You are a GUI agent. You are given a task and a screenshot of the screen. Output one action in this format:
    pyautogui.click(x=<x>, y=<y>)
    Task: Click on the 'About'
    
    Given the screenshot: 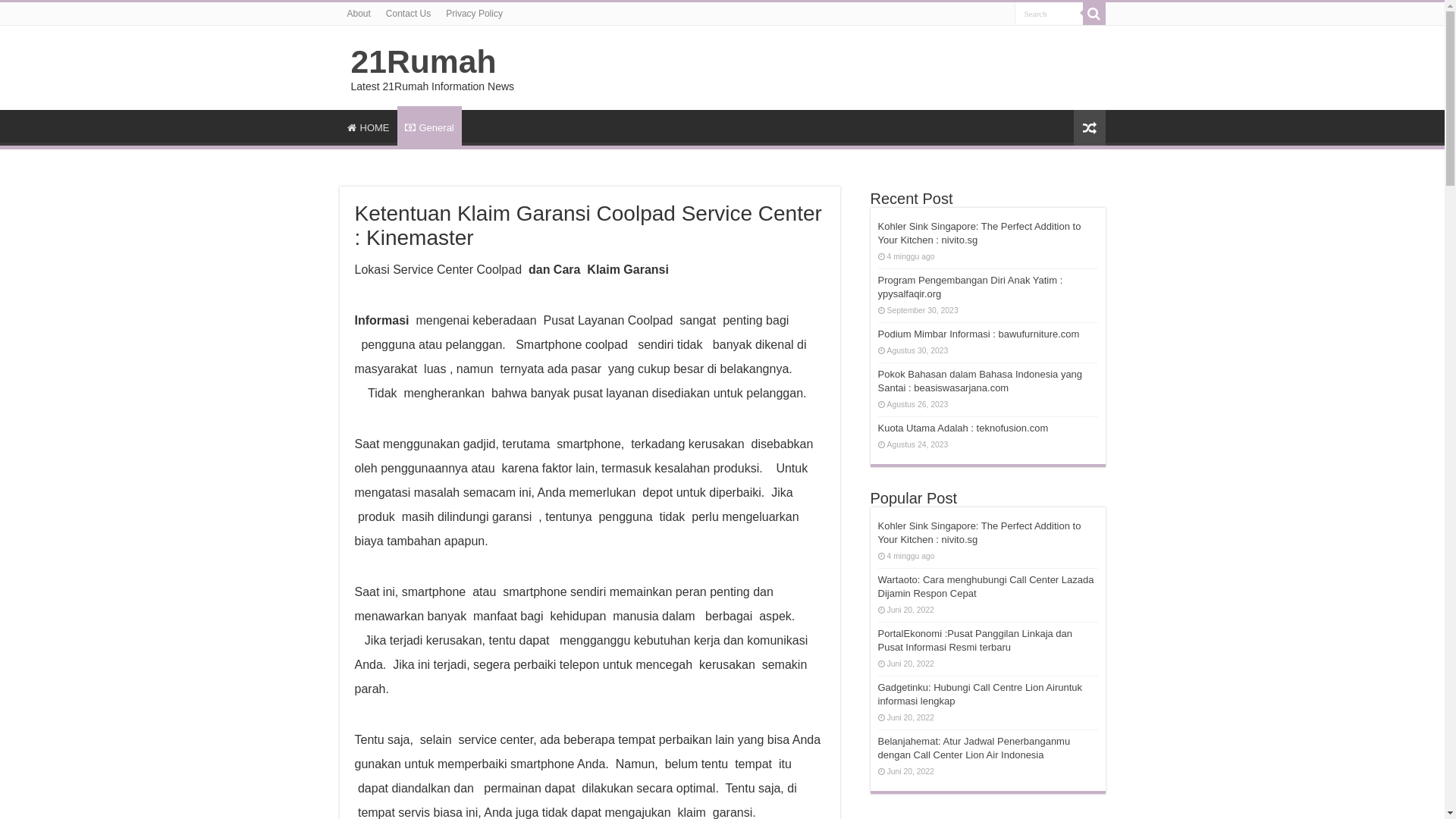 What is the action you would take?
    pyautogui.click(x=358, y=14)
    